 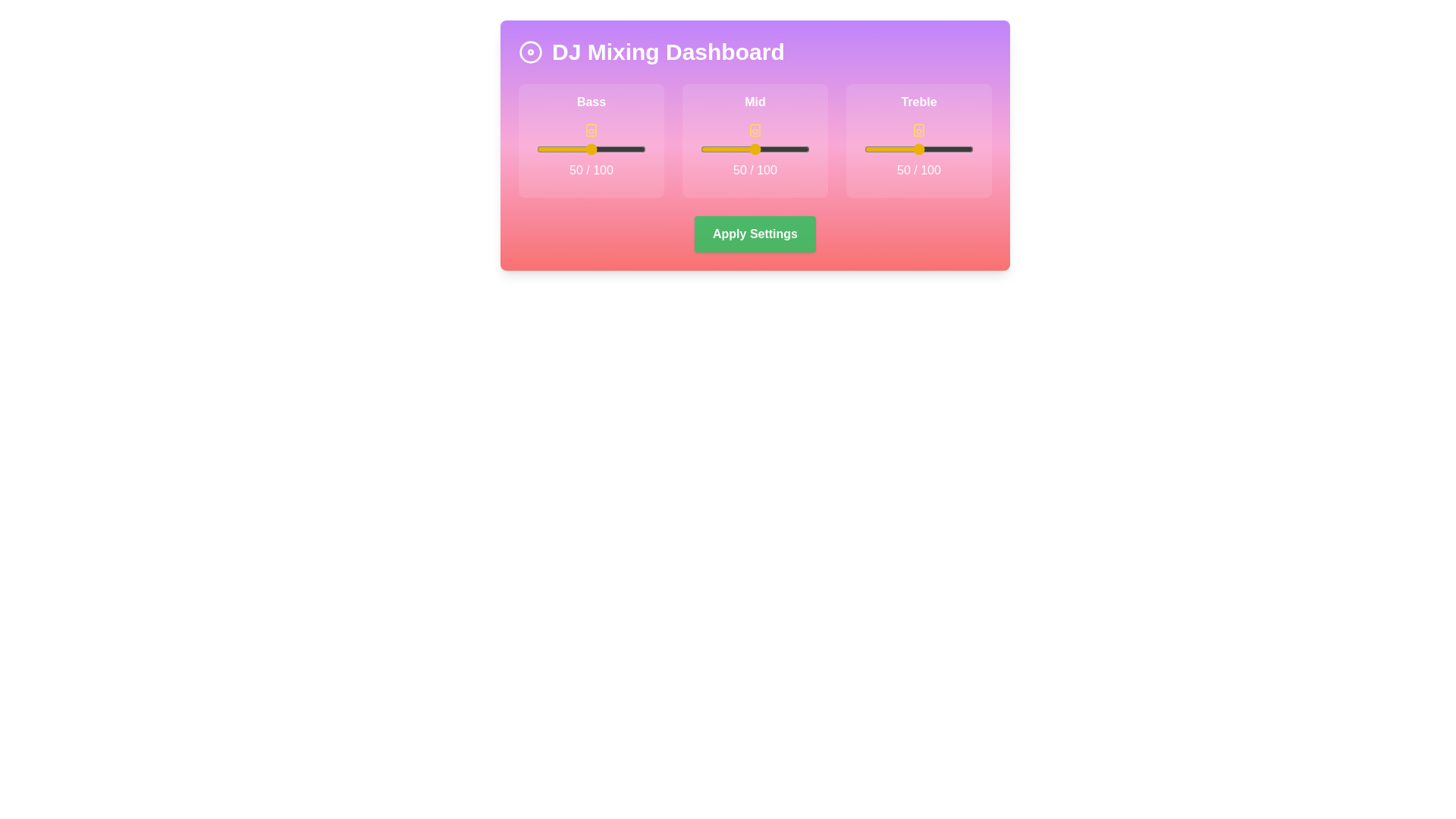 What do you see at coordinates (586, 149) in the screenshot?
I see `the bass slider to set its value to 46` at bounding box center [586, 149].